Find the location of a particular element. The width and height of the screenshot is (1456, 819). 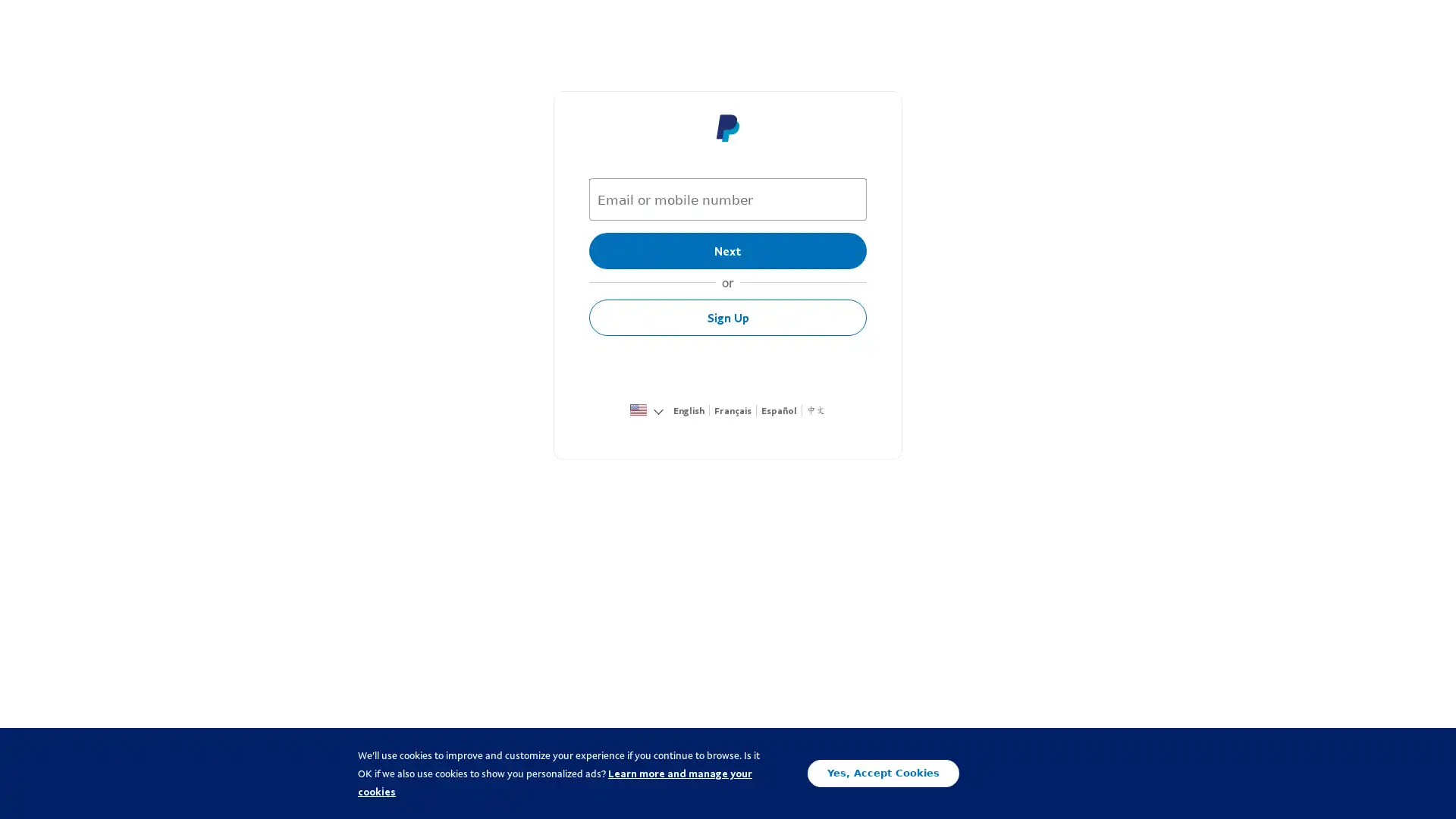

Next is located at coordinates (728, 250).